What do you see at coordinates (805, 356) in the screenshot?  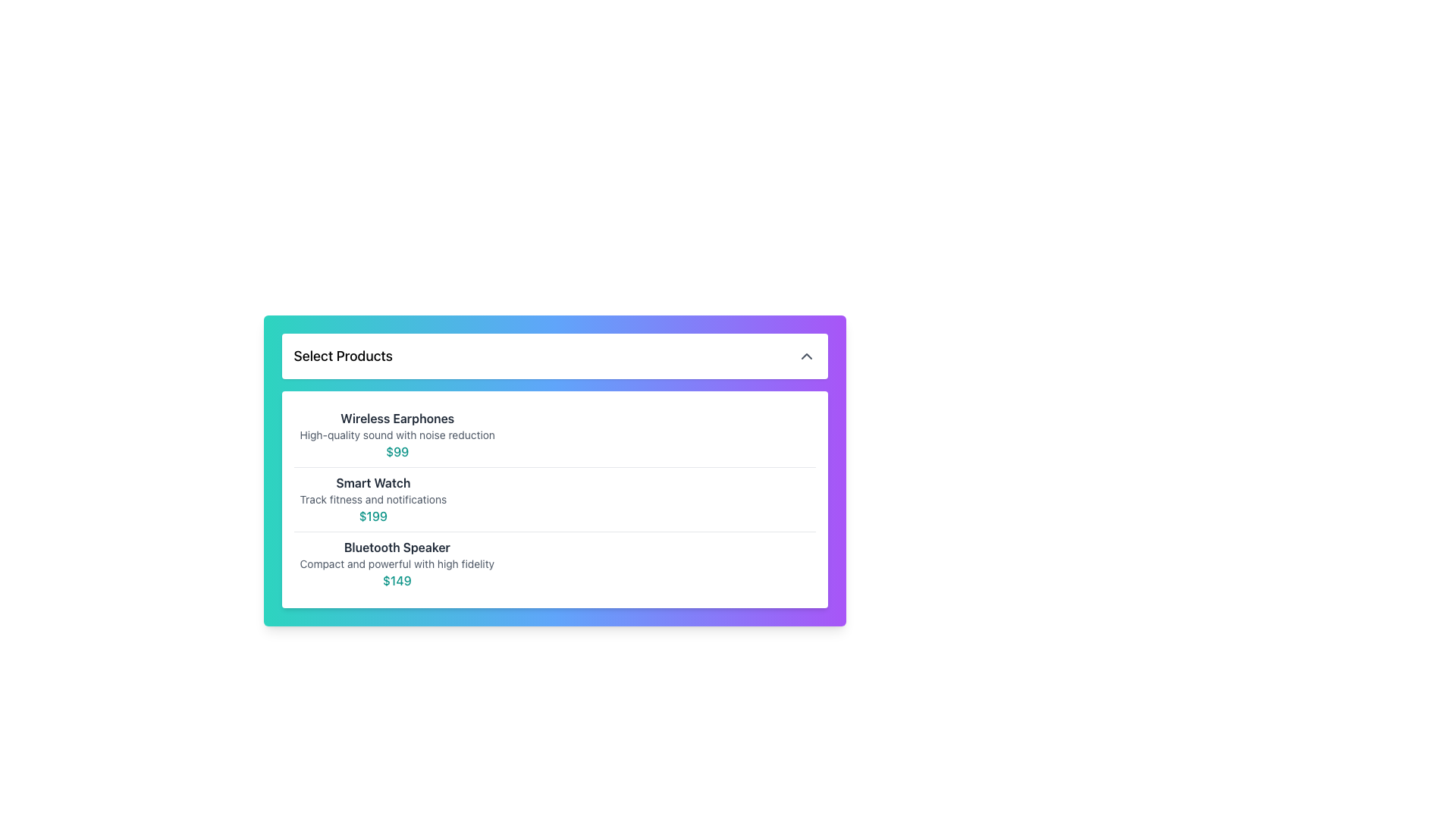 I see `the toggle icon` at bounding box center [805, 356].